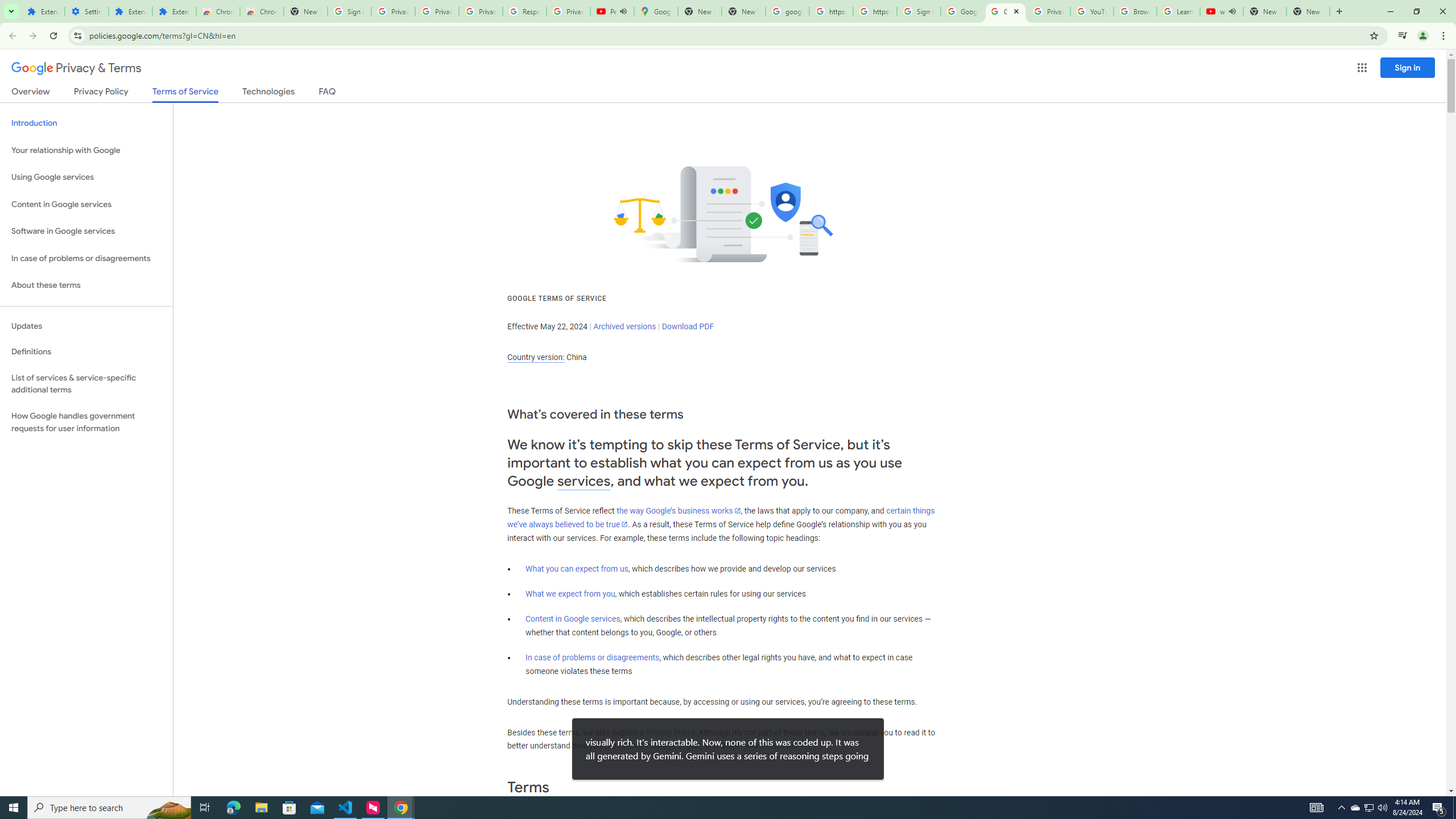 The image size is (1456, 819). What do you see at coordinates (86, 176) in the screenshot?
I see `'Using Google services'` at bounding box center [86, 176].